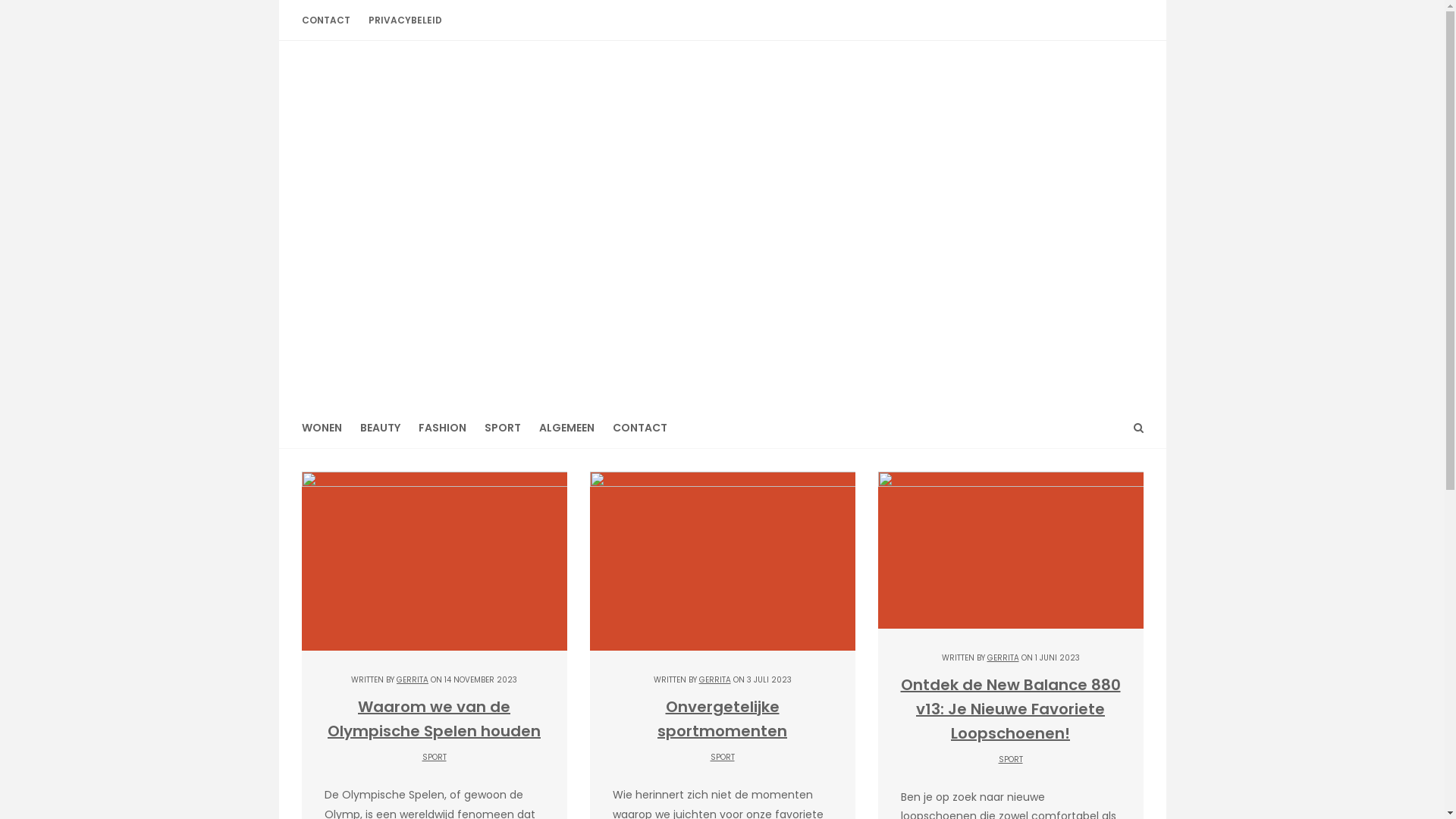 The height and width of the screenshot is (819, 1456). What do you see at coordinates (433, 718) in the screenshot?
I see `'Waarom we van de Olympische Spelen houden'` at bounding box center [433, 718].